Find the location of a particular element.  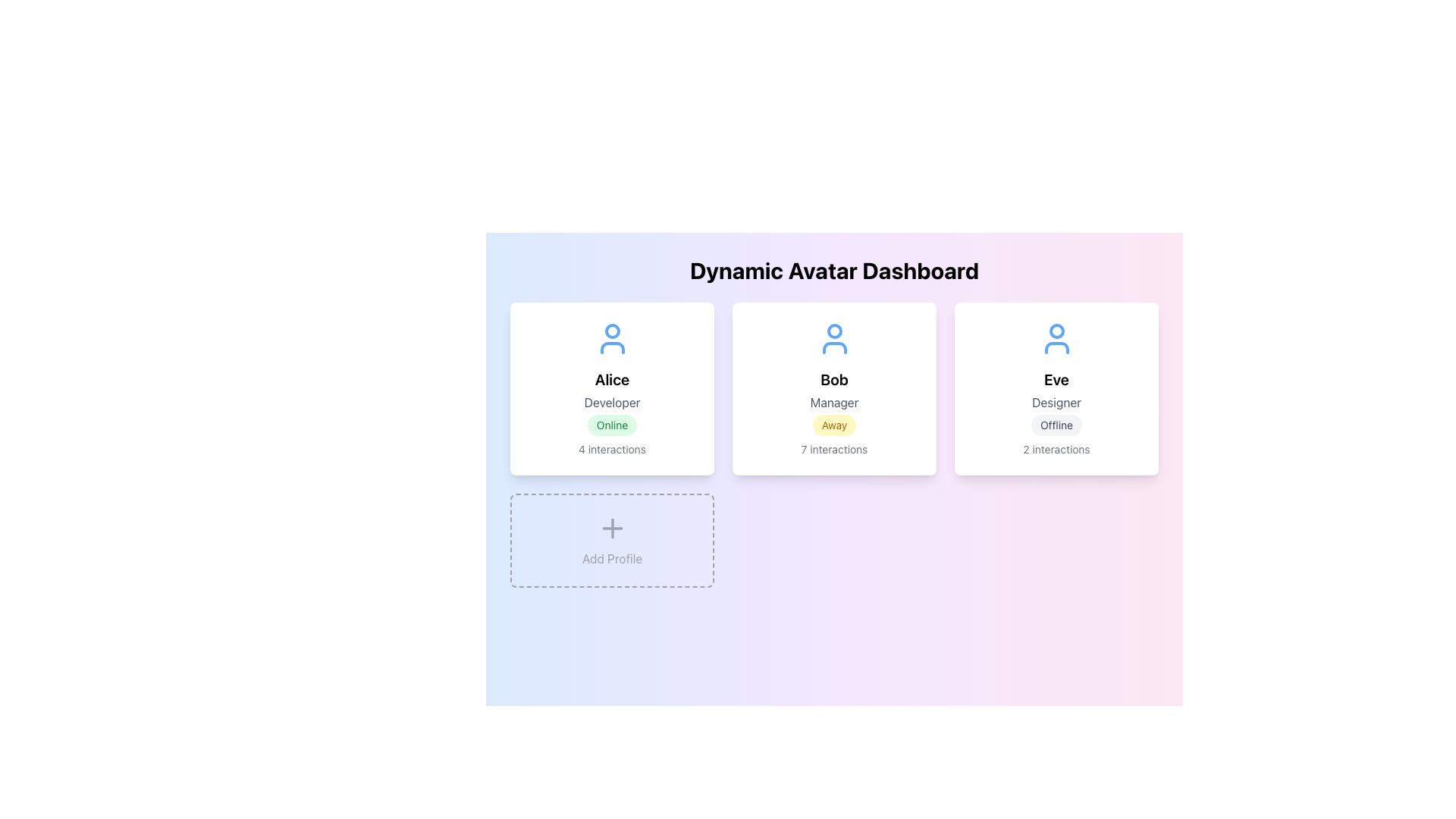

the static text label that describes the purpose of adding a new profile, located within a bordered and dashed box beneath the avatars labeled 'Alice,' 'Bob,' and 'Eve.' is located at coordinates (612, 558).